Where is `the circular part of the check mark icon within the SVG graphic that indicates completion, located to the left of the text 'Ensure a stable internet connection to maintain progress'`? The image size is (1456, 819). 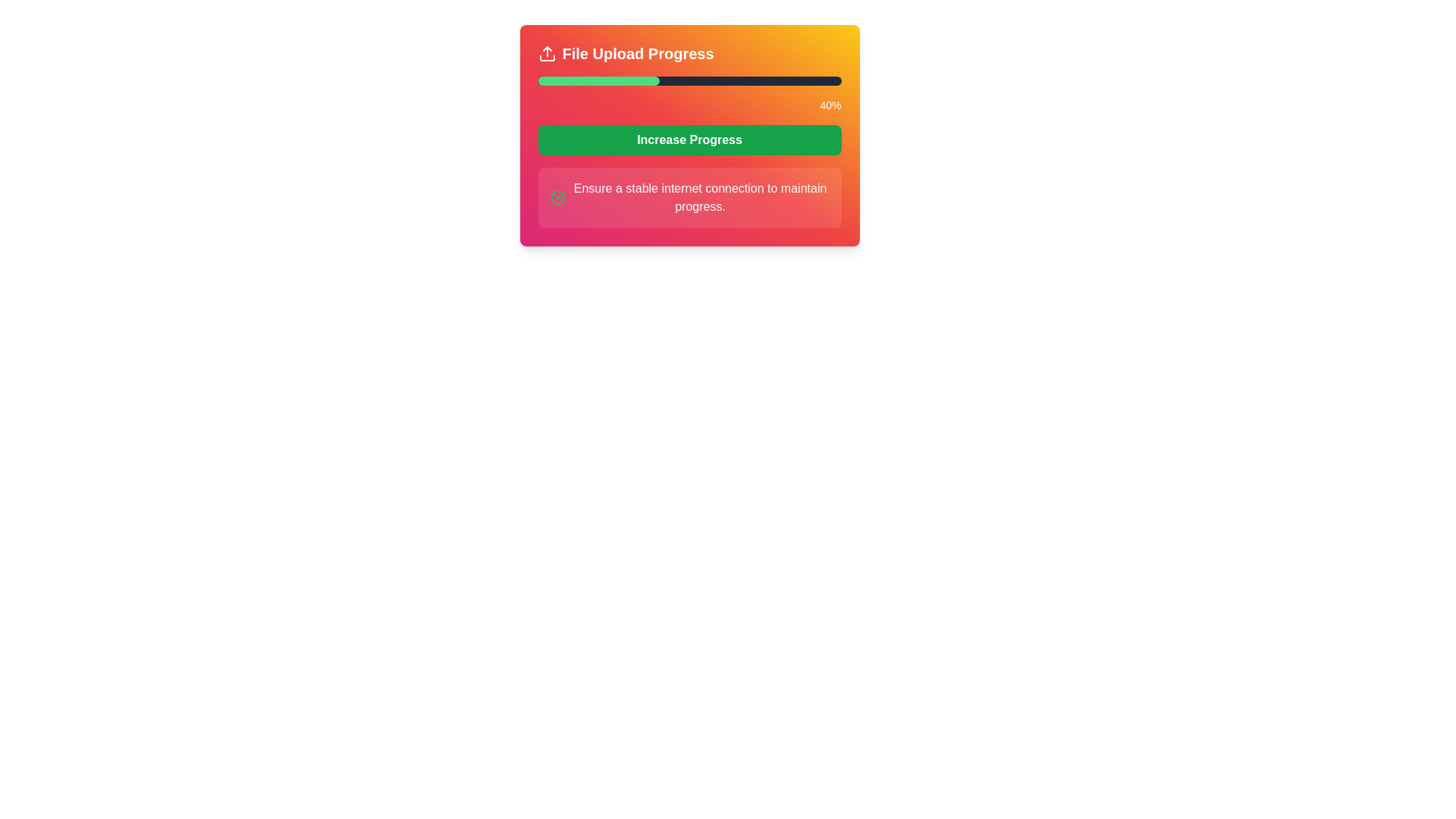 the circular part of the check mark icon within the SVG graphic that indicates completion, located to the left of the text 'Ensure a stable internet connection to maintain progress' is located at coordinates (557, 197).